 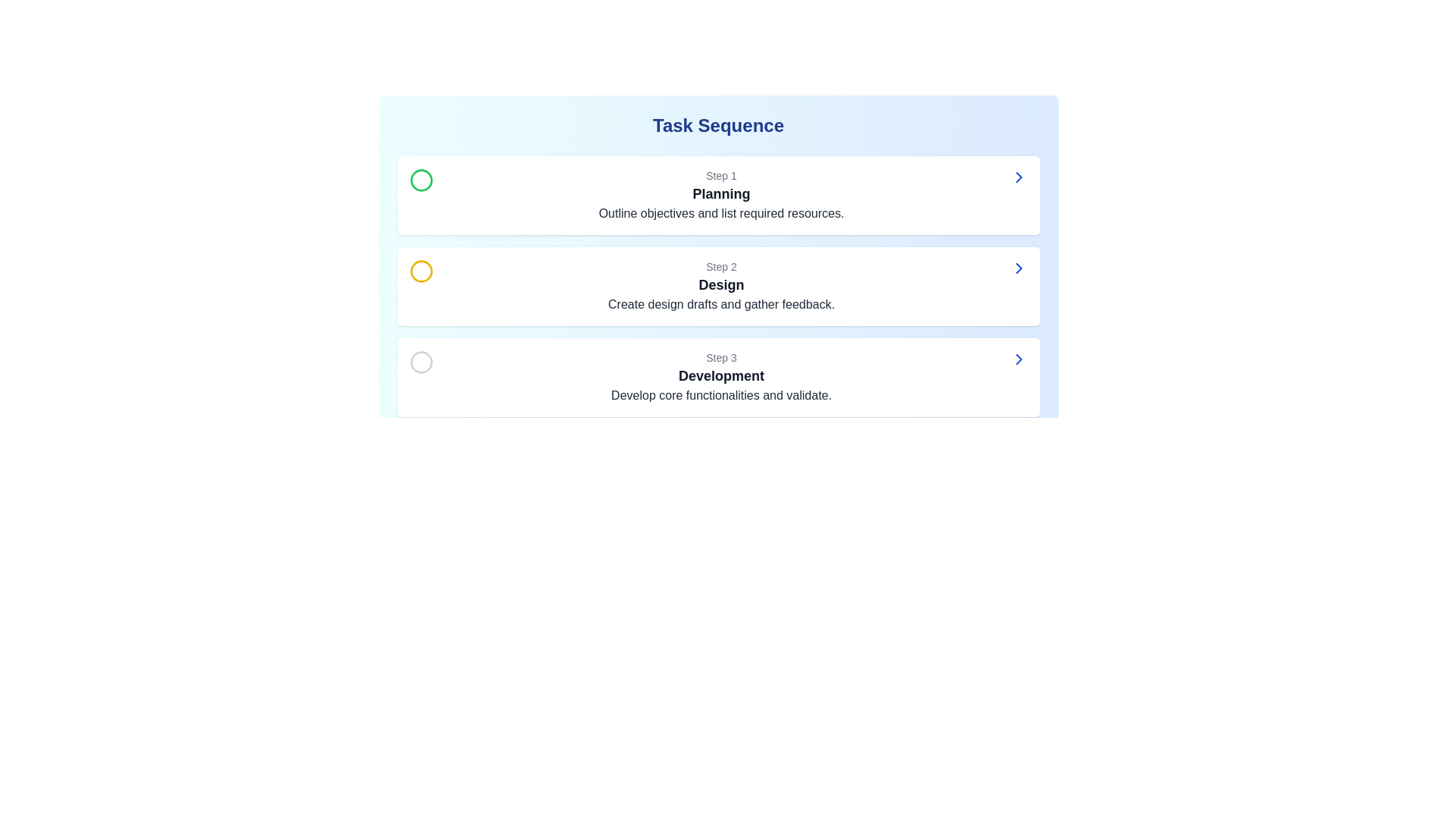 What do you see at coordinates (1018, 177) in the screenshot?
I see `the navigation icon located at the far-right side of the 'Step 1 Planning Outline objectives and list required resources.' card` at bounding box center [1018, 177].